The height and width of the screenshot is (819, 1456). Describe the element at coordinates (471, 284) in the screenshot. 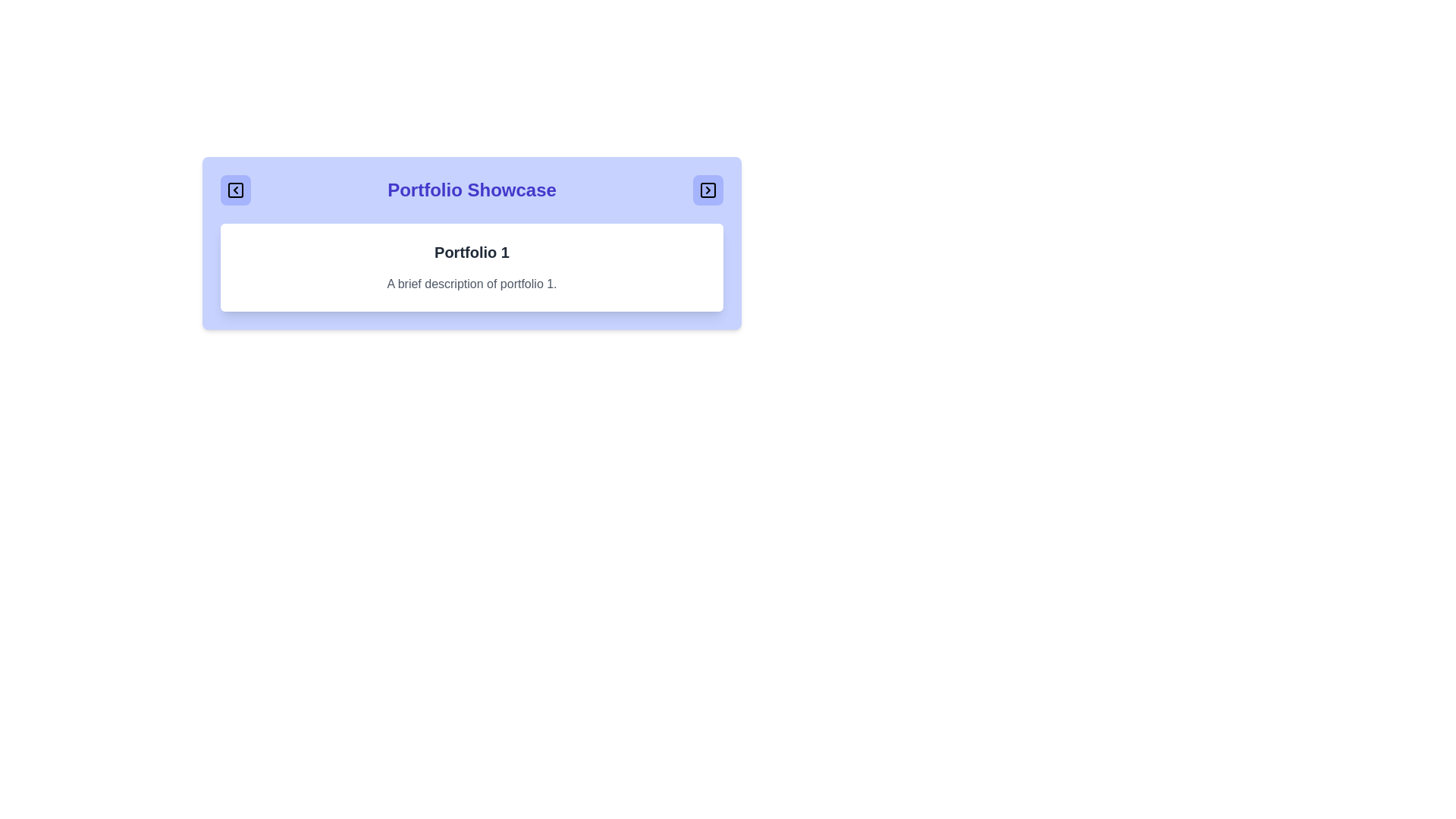

I see `the static text element that provides a descriptive summary related to 'Portfolio 1', located directly underneath the title and centered horizontally` at that location.